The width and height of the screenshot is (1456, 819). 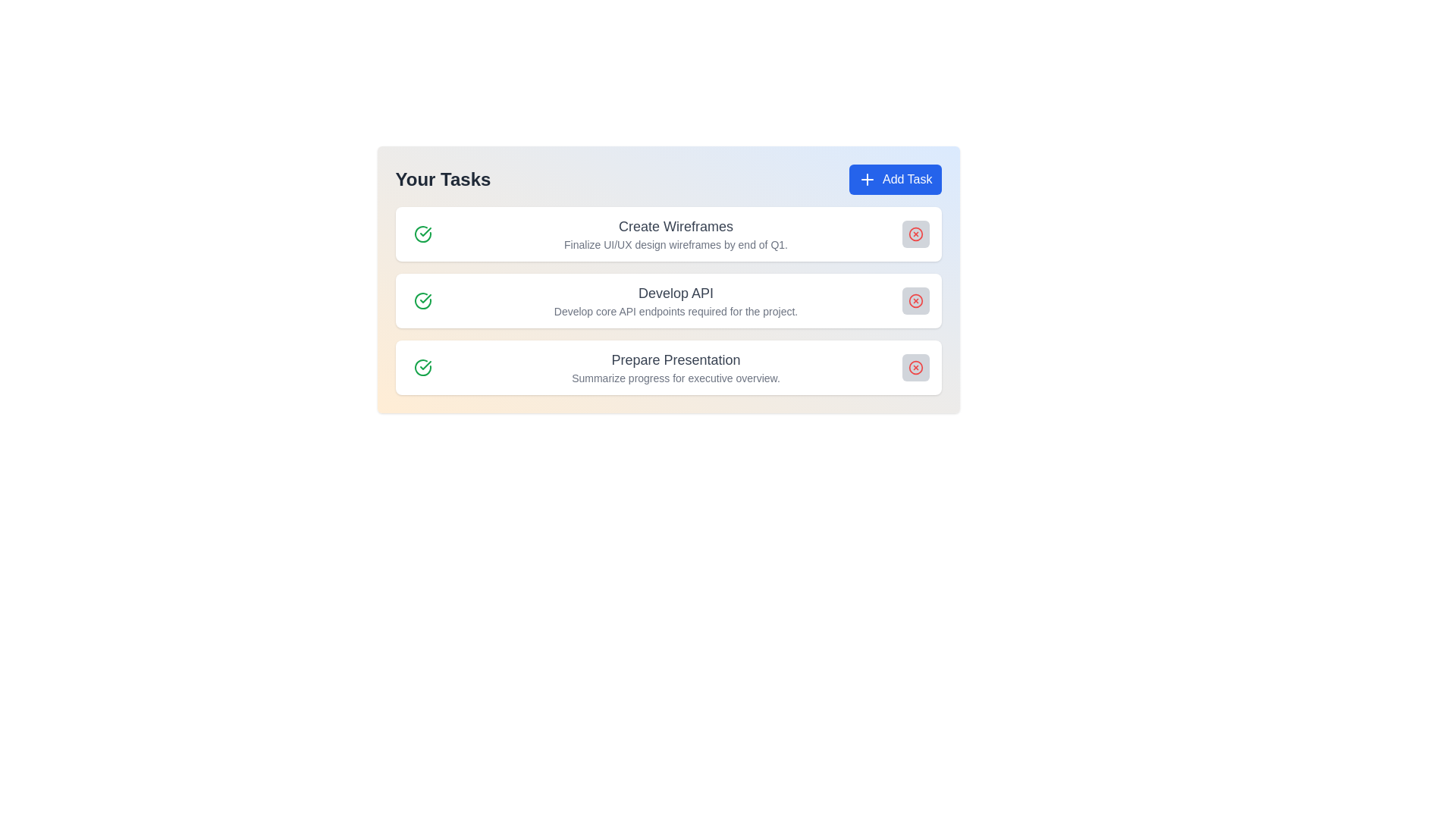 I want to click on the second delete button in the 'Your Tasks' list next to the 'Develop API' task, so click(x=915, y=301).